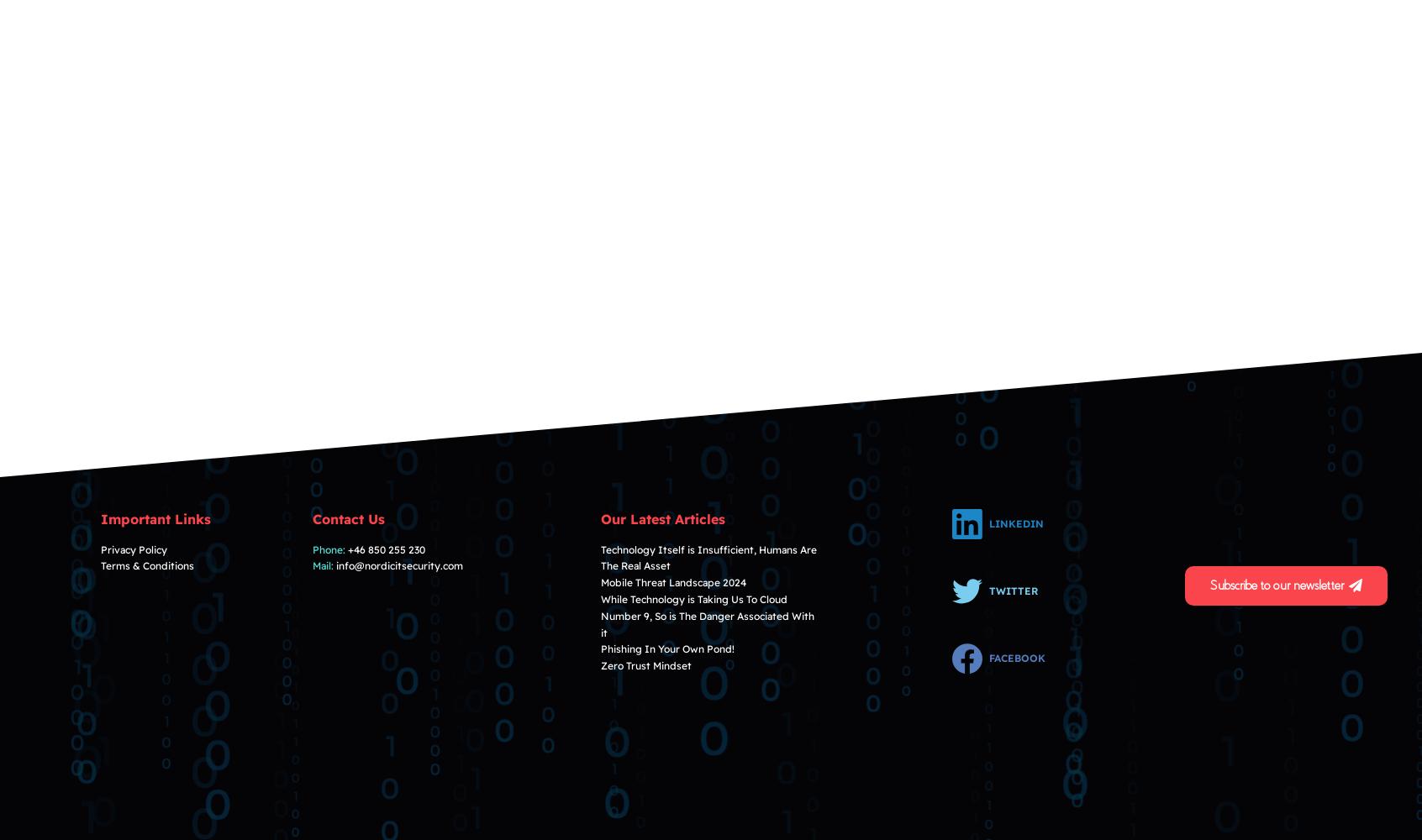 This screenshot has width=1422, height=840. I want to click on '+46 850 255 230', so click(386, 549).